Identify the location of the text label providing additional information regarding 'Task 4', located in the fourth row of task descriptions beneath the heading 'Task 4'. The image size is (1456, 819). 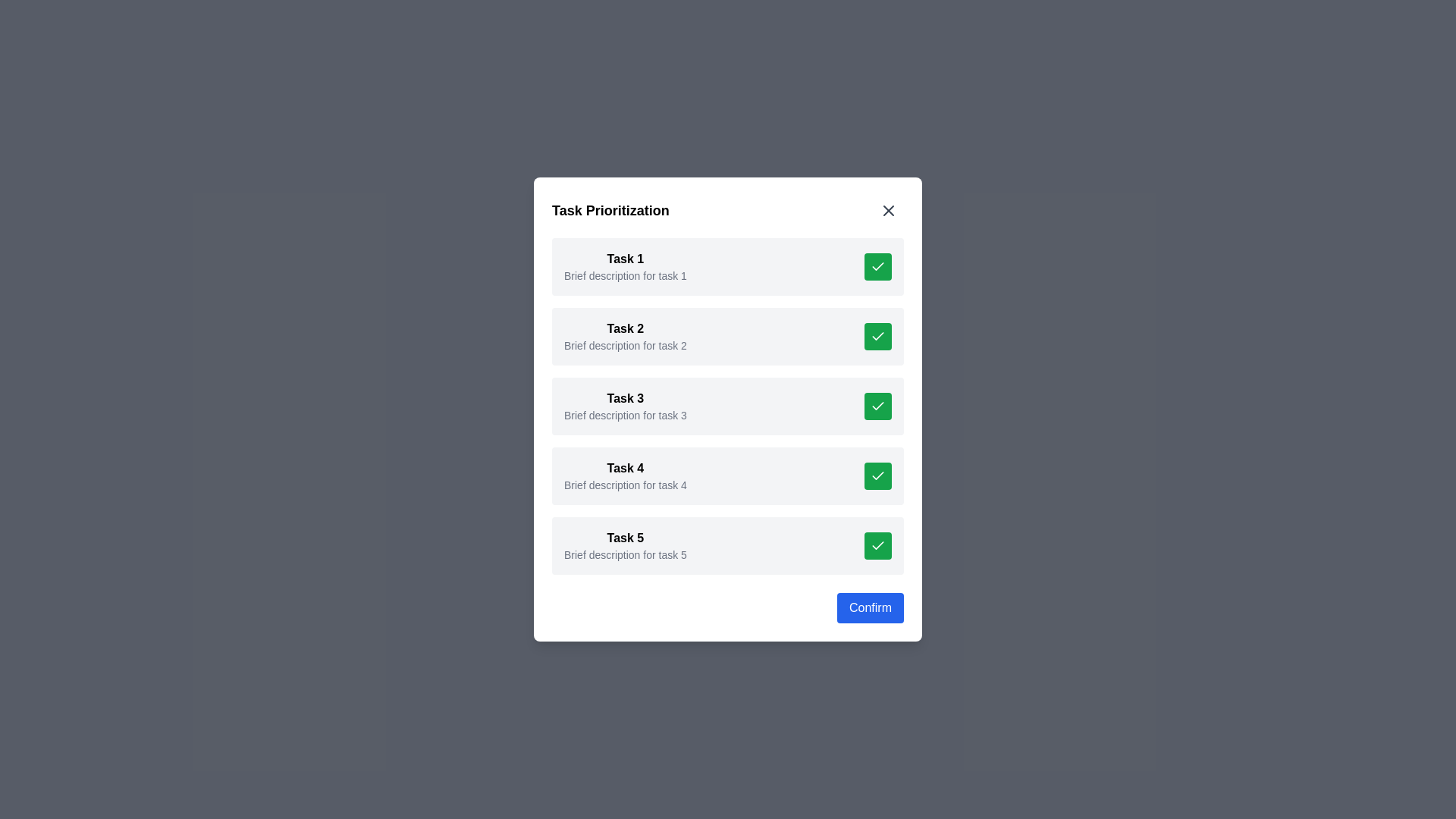
(626, 485).